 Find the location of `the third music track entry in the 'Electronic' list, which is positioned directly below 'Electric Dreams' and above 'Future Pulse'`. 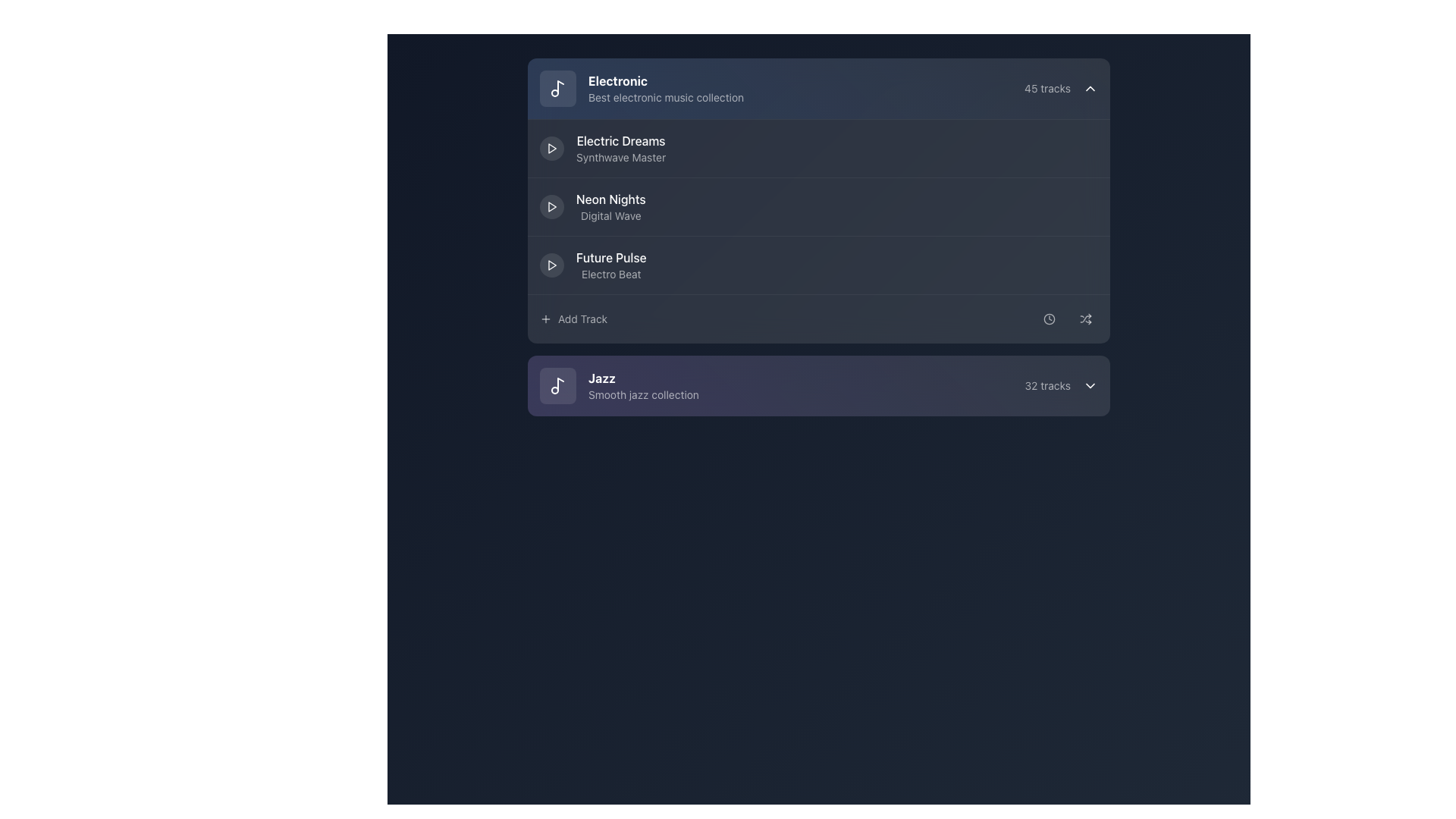

the third music track entry in the 'Electronic' list, which is positioned directly below 'Electric Dreams' and above 'Future Pulse' is located at coordinates (818, 206).